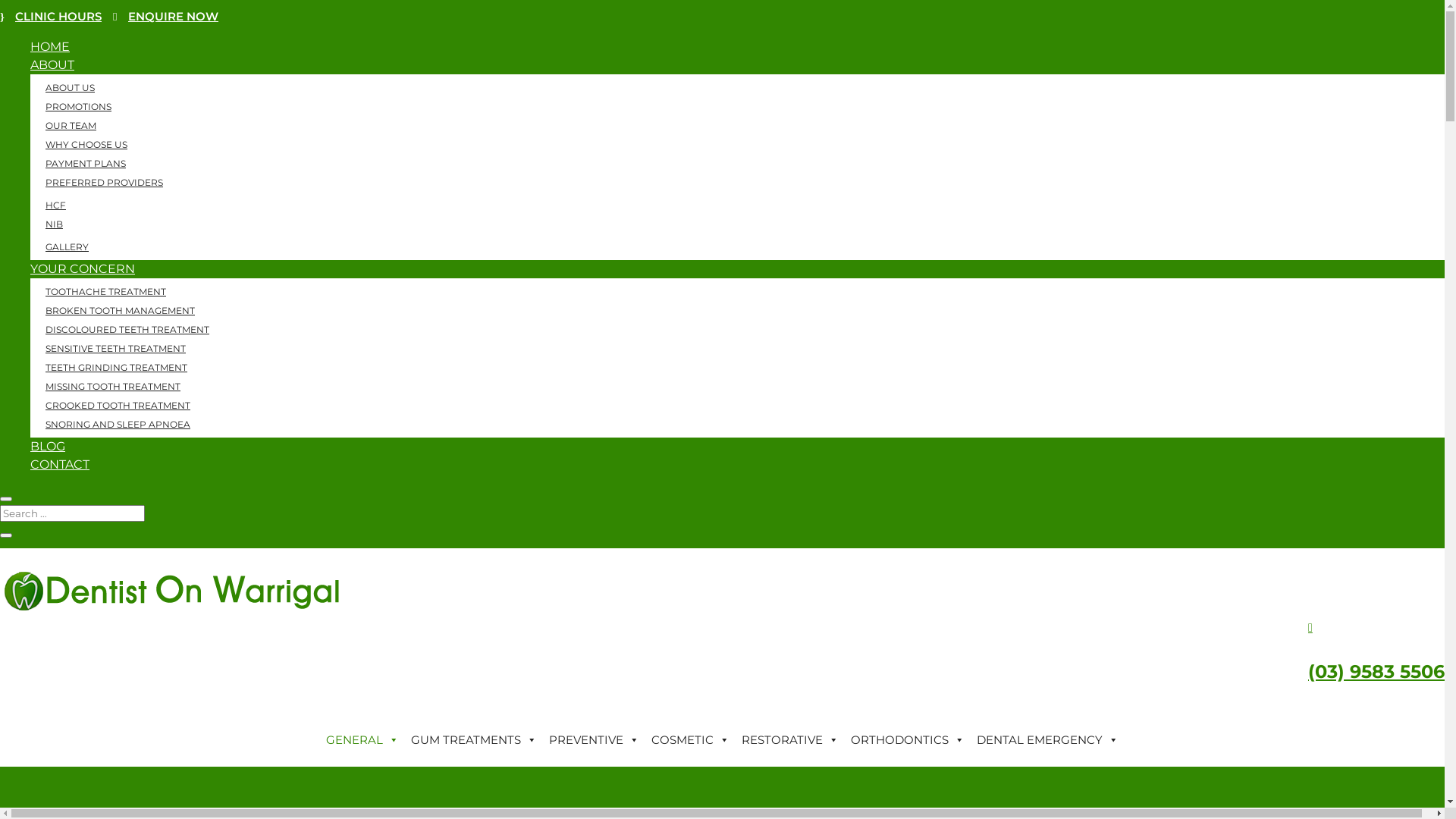  What do you see at coordinates (70, 124) in the screenshot?
I see `'OUR TEAM'` at bounding box center [70, 124].